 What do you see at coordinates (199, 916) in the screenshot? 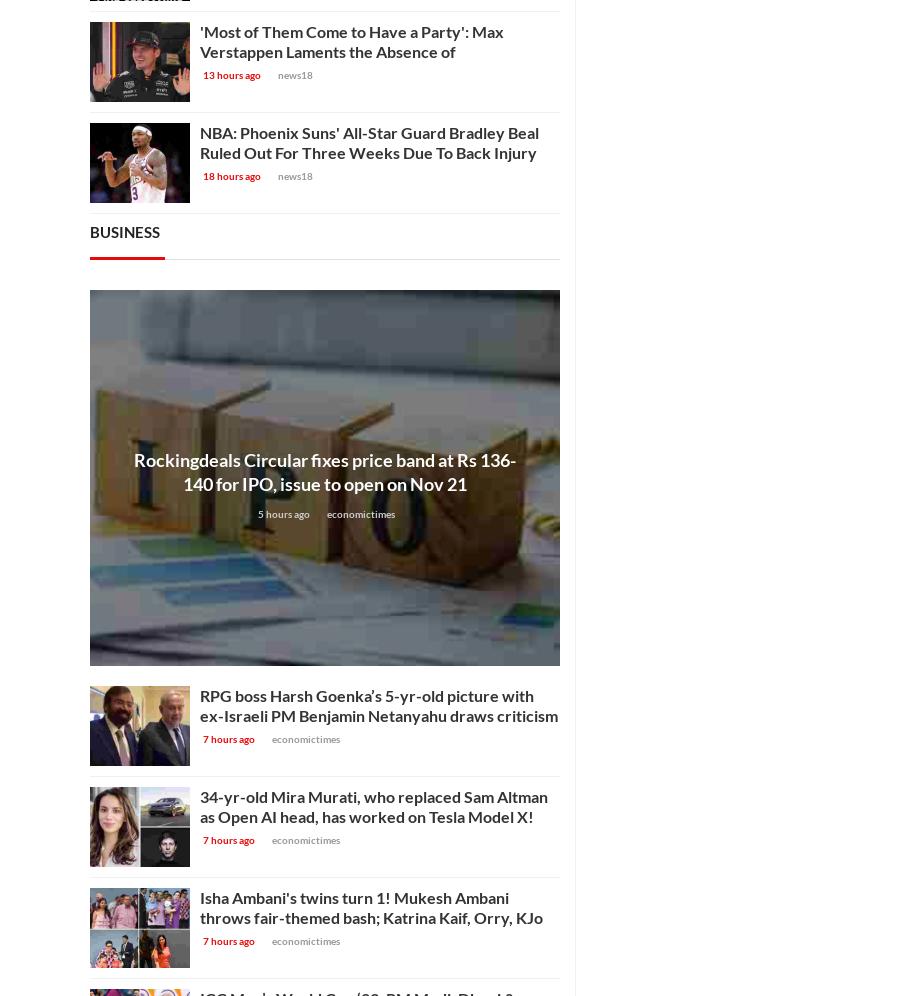
I see `'Isha Ambani's twins turn 1! Mukesh Ambani throws fair-themed bash; Katrina Kaif, Orry, KJo attend'` at bounding box center [199, 916].